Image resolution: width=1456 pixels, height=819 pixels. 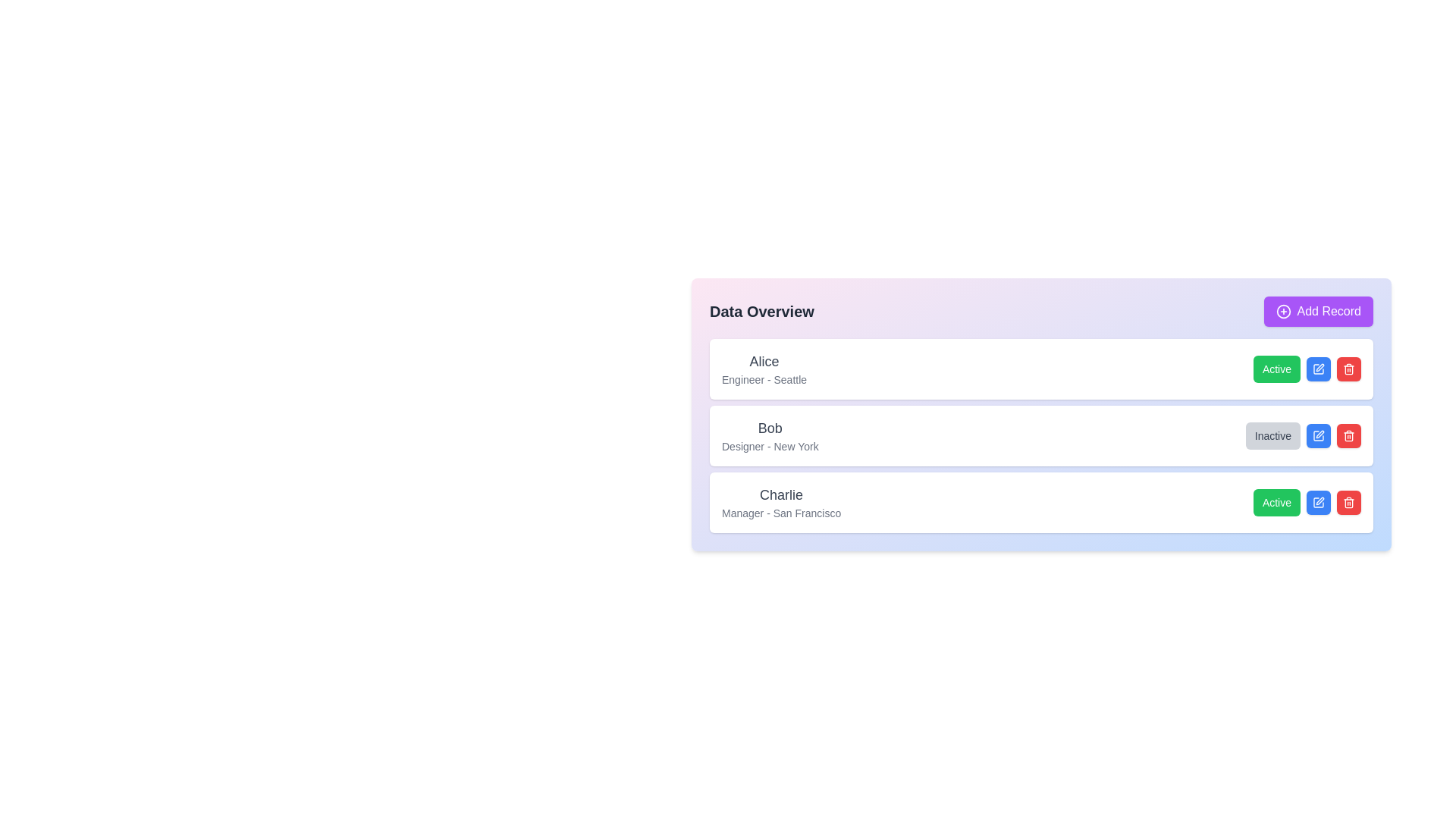 What do you see at coordinates (1276, 503) in the screenshot?
I see `the green rectangular button labeled 'Active'` at bounding box center [1276, 503].